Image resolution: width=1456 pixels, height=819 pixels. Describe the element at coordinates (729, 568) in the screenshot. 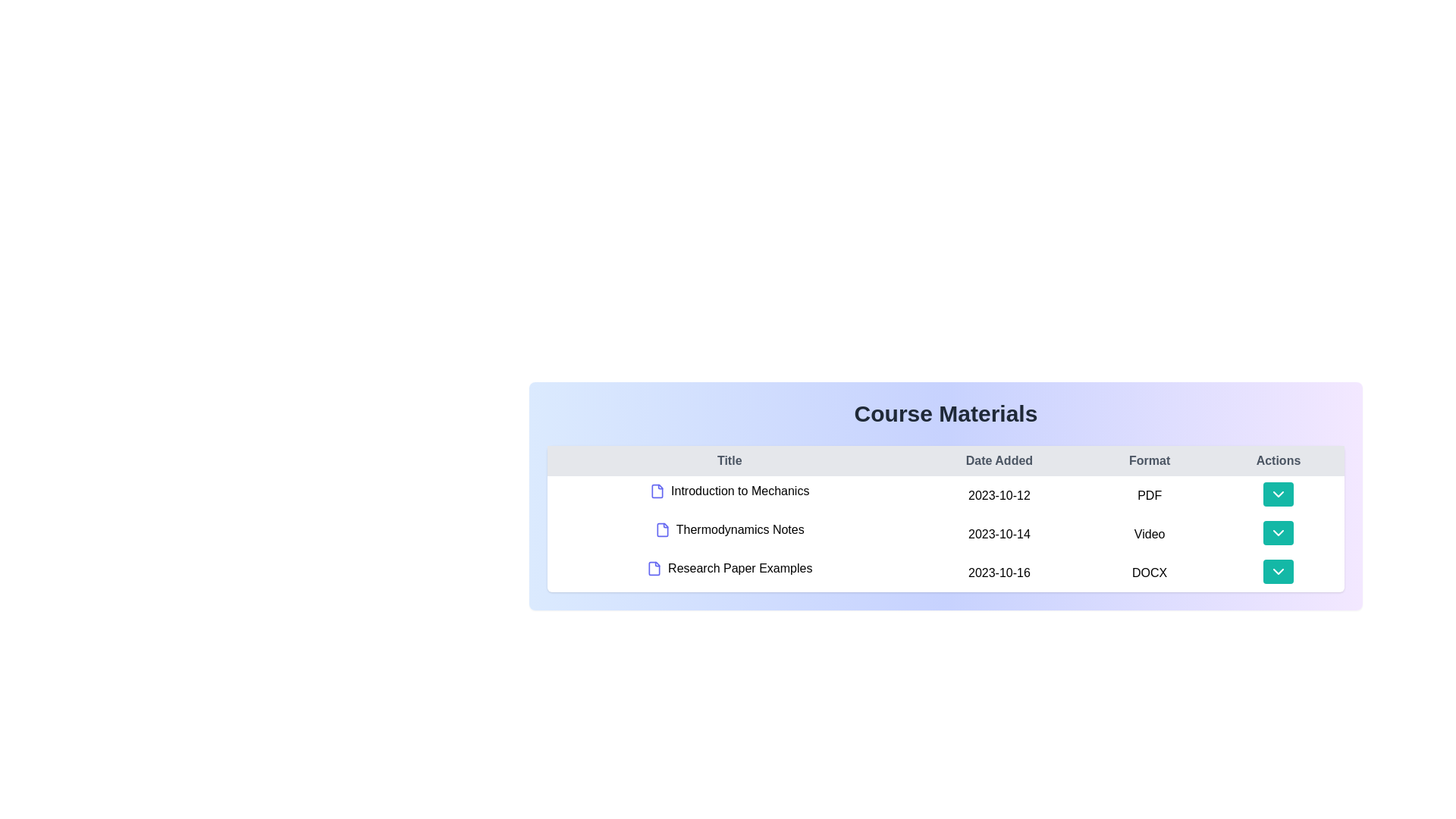

I see `the Label with Icon displaying the title of the course material entry for the example research paper to associate it with its file type` at that location.